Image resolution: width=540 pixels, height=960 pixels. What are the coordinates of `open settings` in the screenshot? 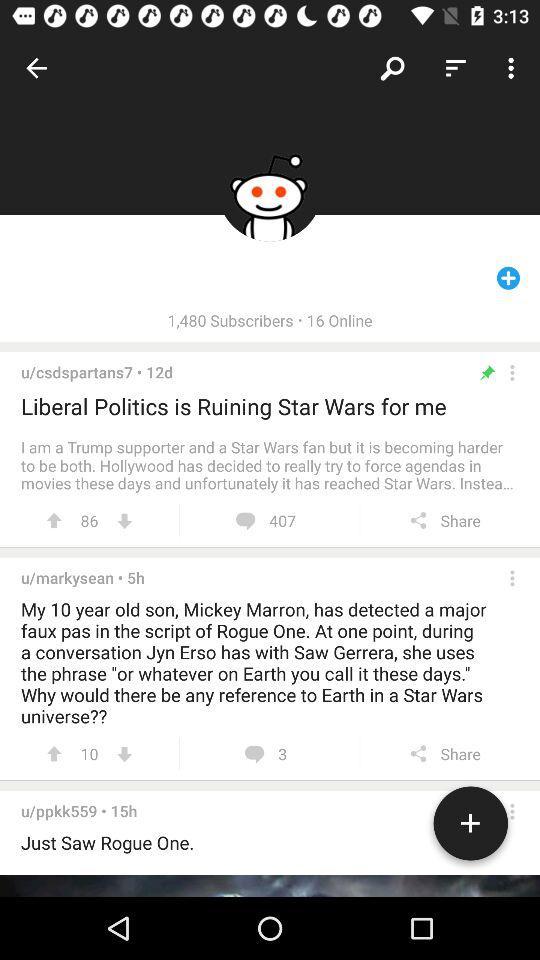 It's located at (512, 578).